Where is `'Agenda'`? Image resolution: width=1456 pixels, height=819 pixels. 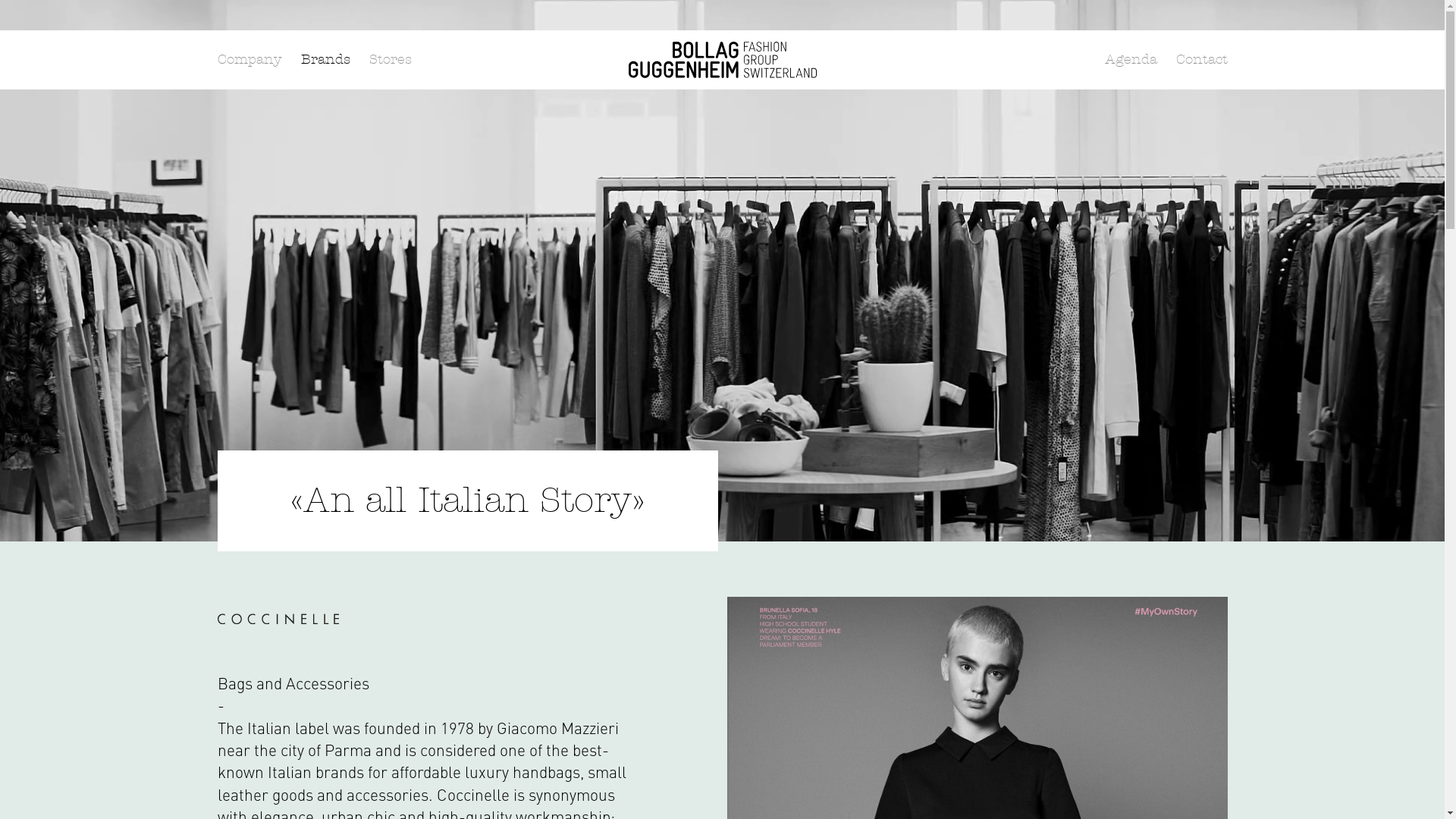 'Agenda' is located at coordinates (1130, 58).